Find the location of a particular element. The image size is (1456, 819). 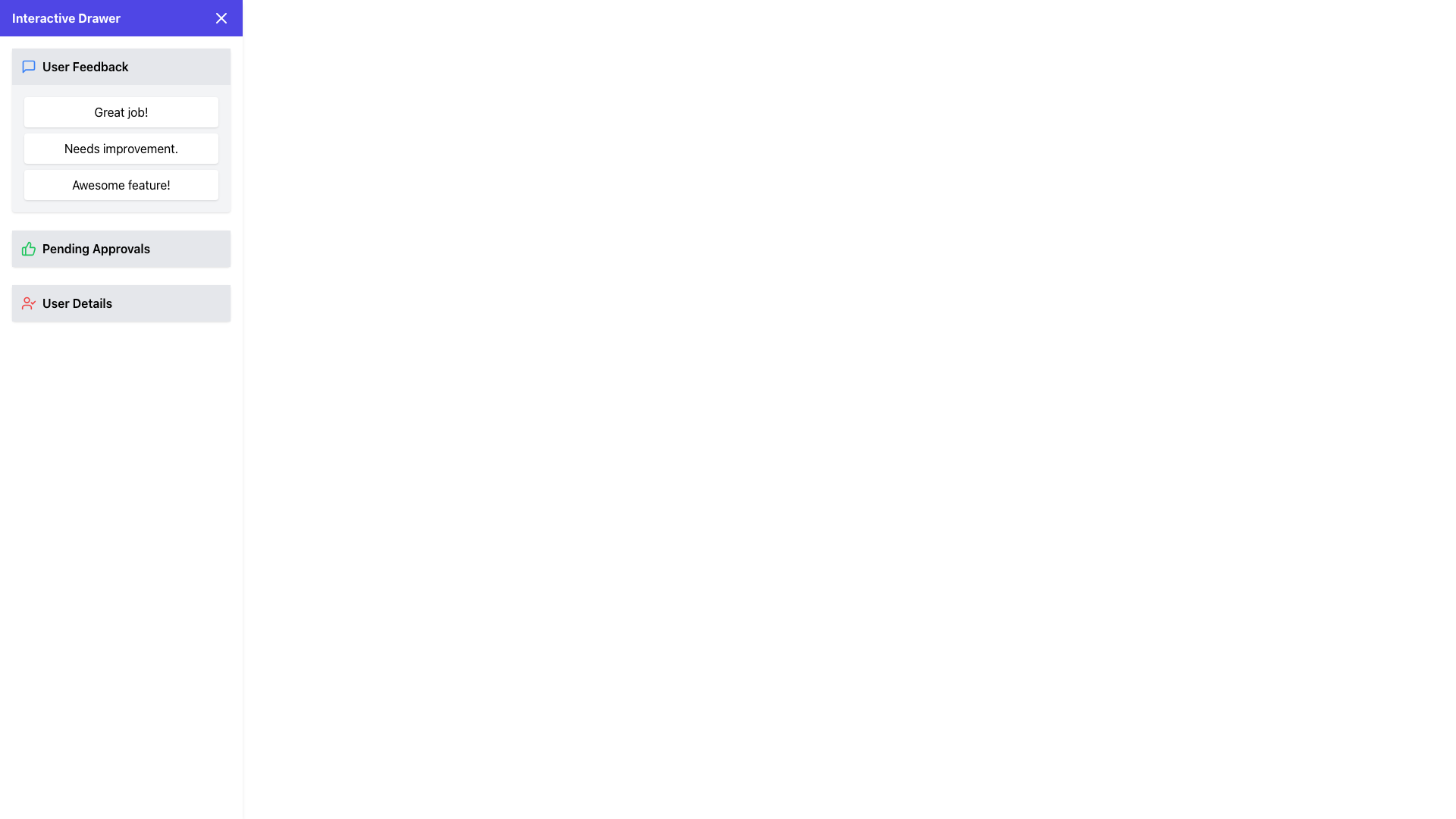

the close icon button located at the top-right corner of the 'Interactive Drawer' is located at coordinates (221, 17).